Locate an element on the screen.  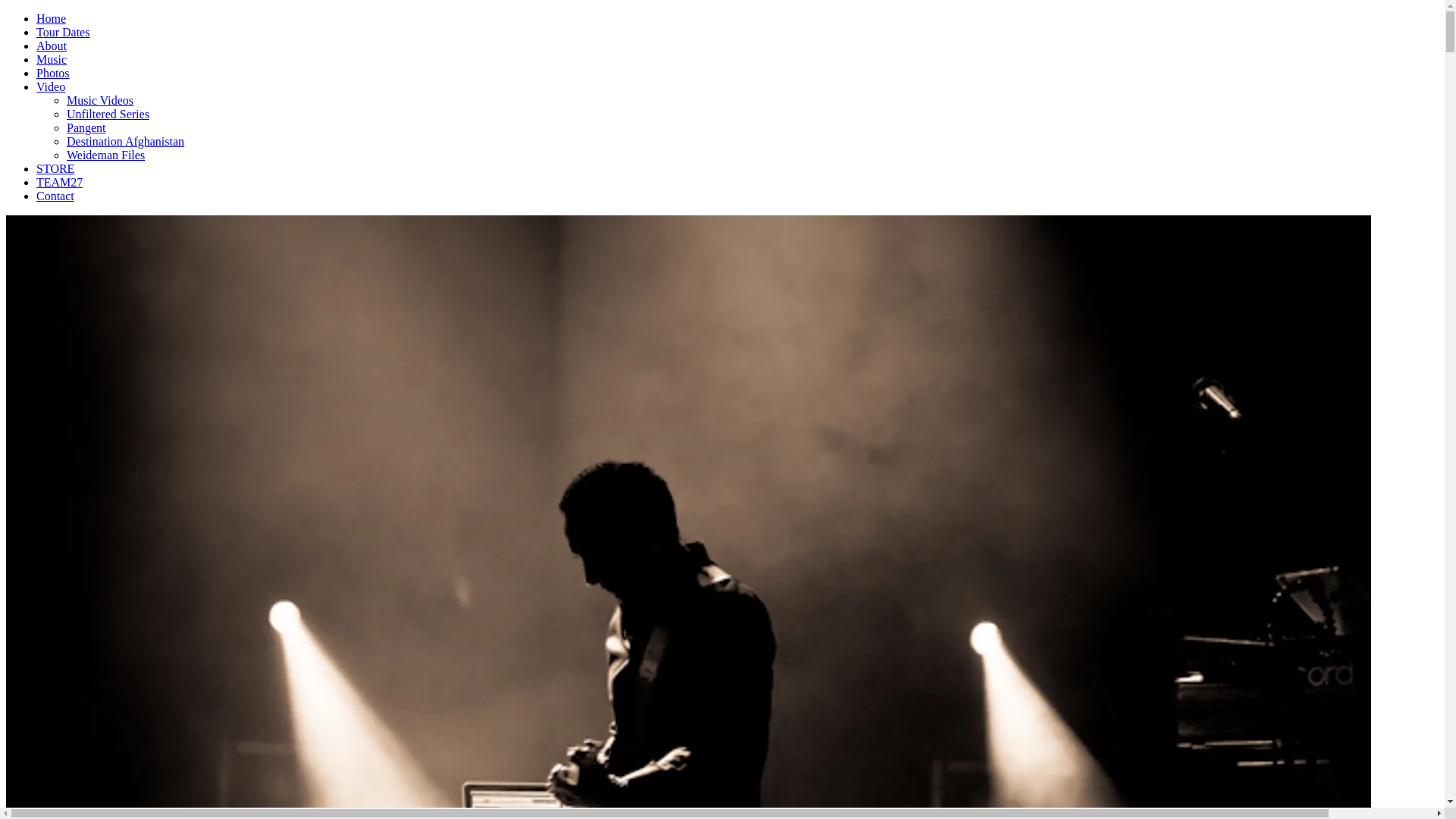
'TEAM27' is located at coordinates (59, 181).